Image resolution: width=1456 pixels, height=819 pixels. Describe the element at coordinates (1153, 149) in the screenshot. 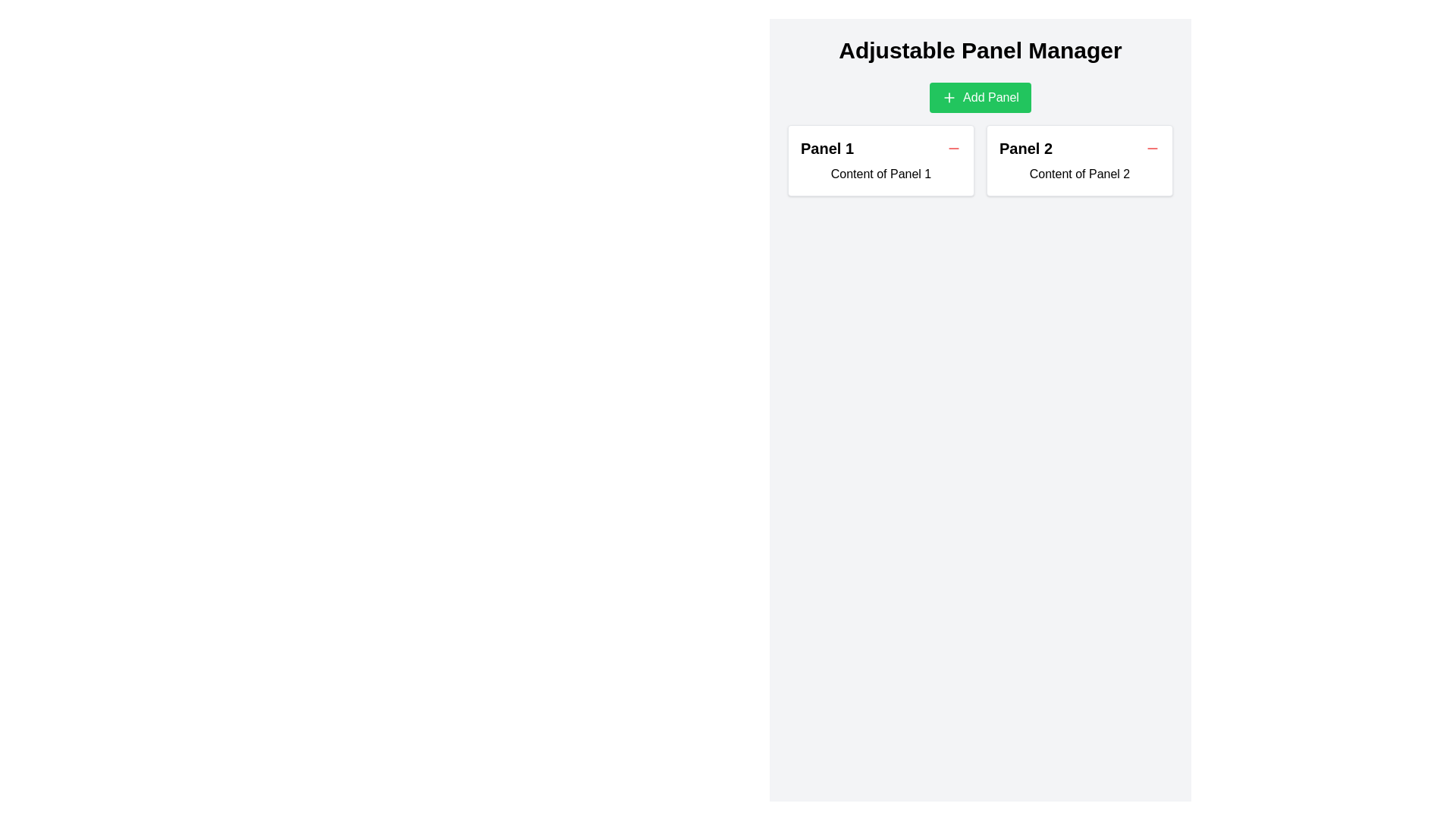

I see `the remove button for 'Panel 2', which is located directly to the right of the text 'Panel 2' in the header bar` at that location.